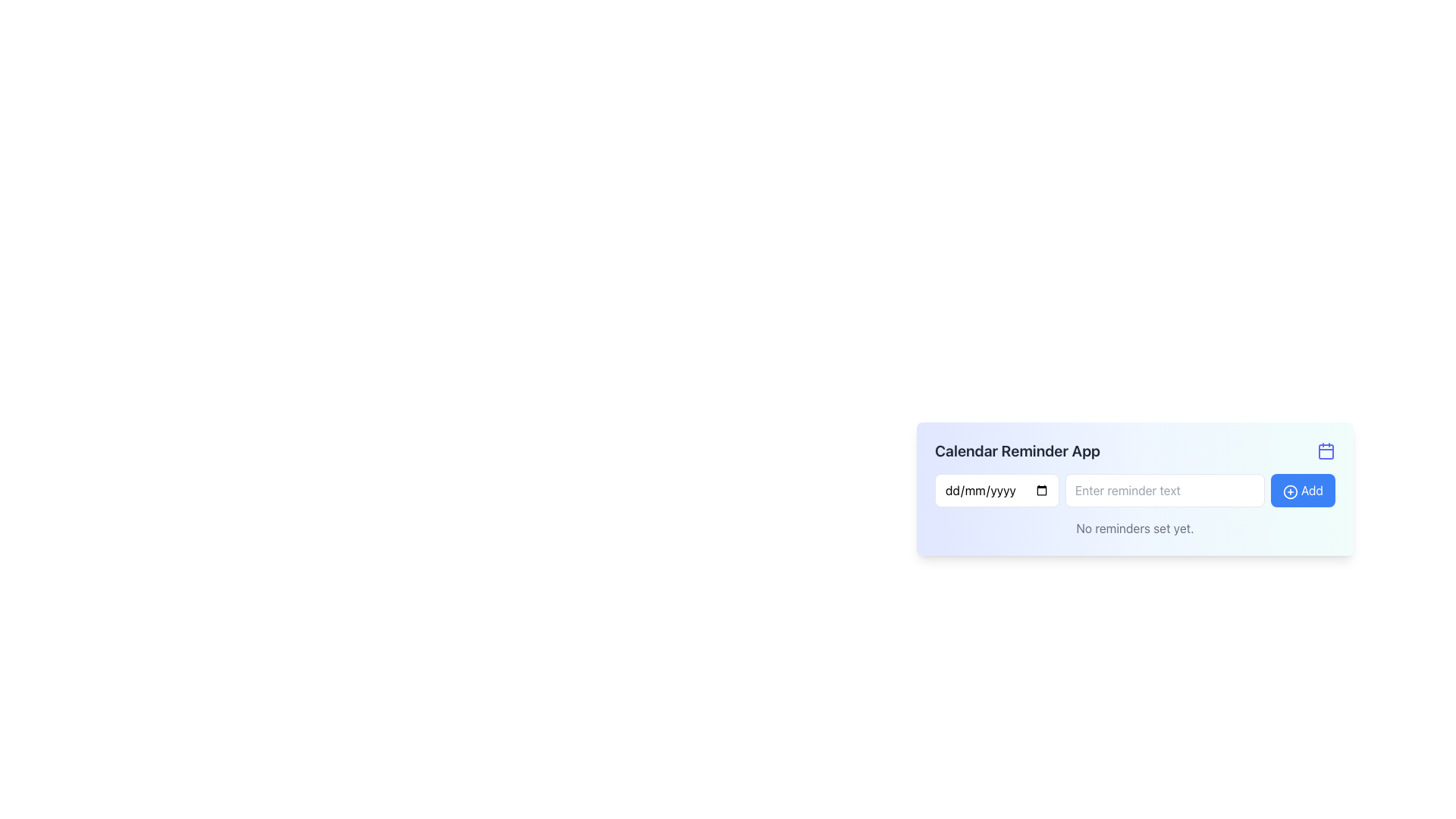 The height and width of the screenshot is (819, 1456). Describe the element at coordinates (1289, 491) in the screenshot. I see `the 'Add' button which contains the icon decoration located in the top-right side of a card-like interface` at that location.